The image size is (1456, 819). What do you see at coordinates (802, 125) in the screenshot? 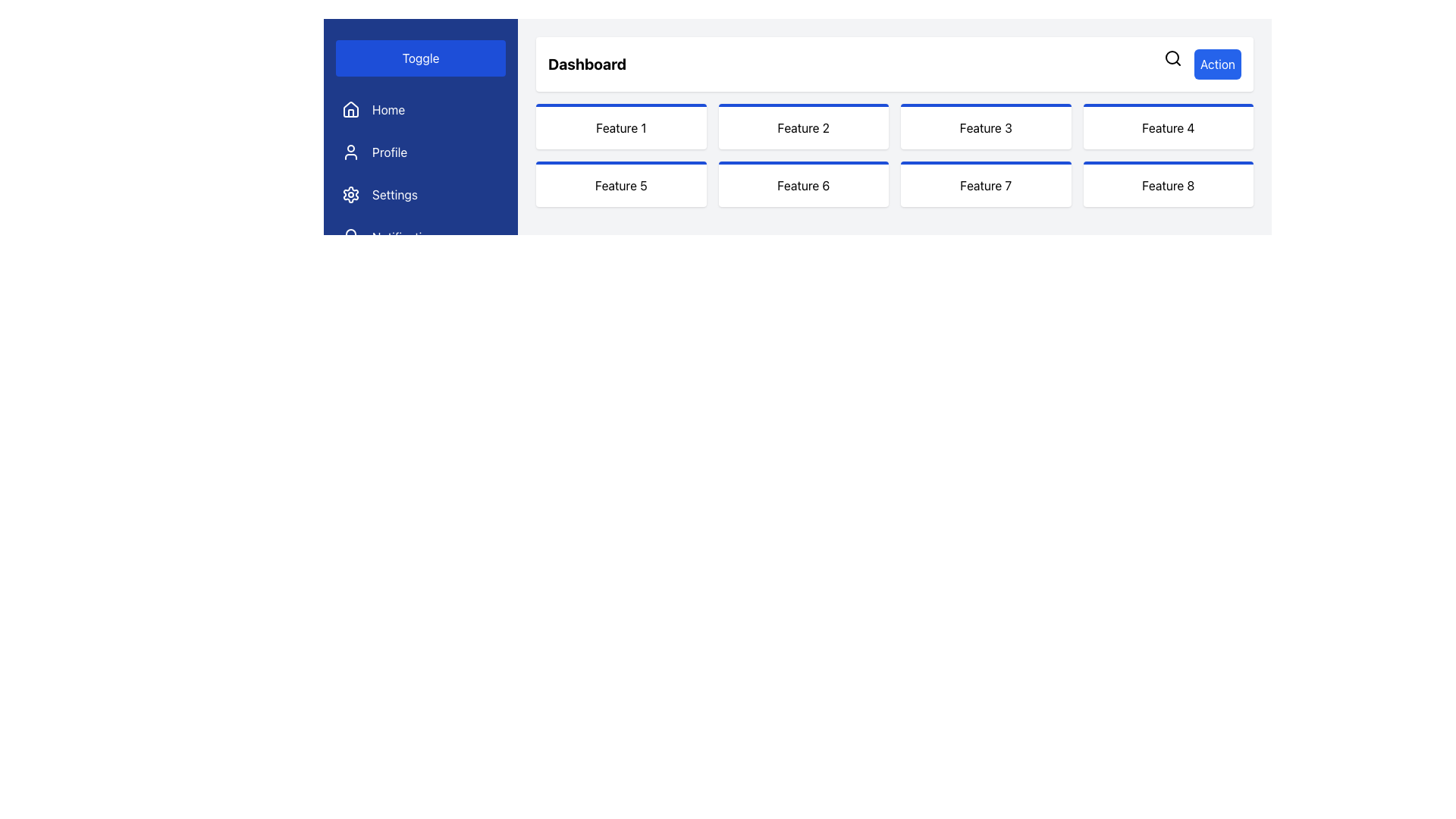
I see `the second Card or Tile in the grid layout` at bounding box center [802, 125].